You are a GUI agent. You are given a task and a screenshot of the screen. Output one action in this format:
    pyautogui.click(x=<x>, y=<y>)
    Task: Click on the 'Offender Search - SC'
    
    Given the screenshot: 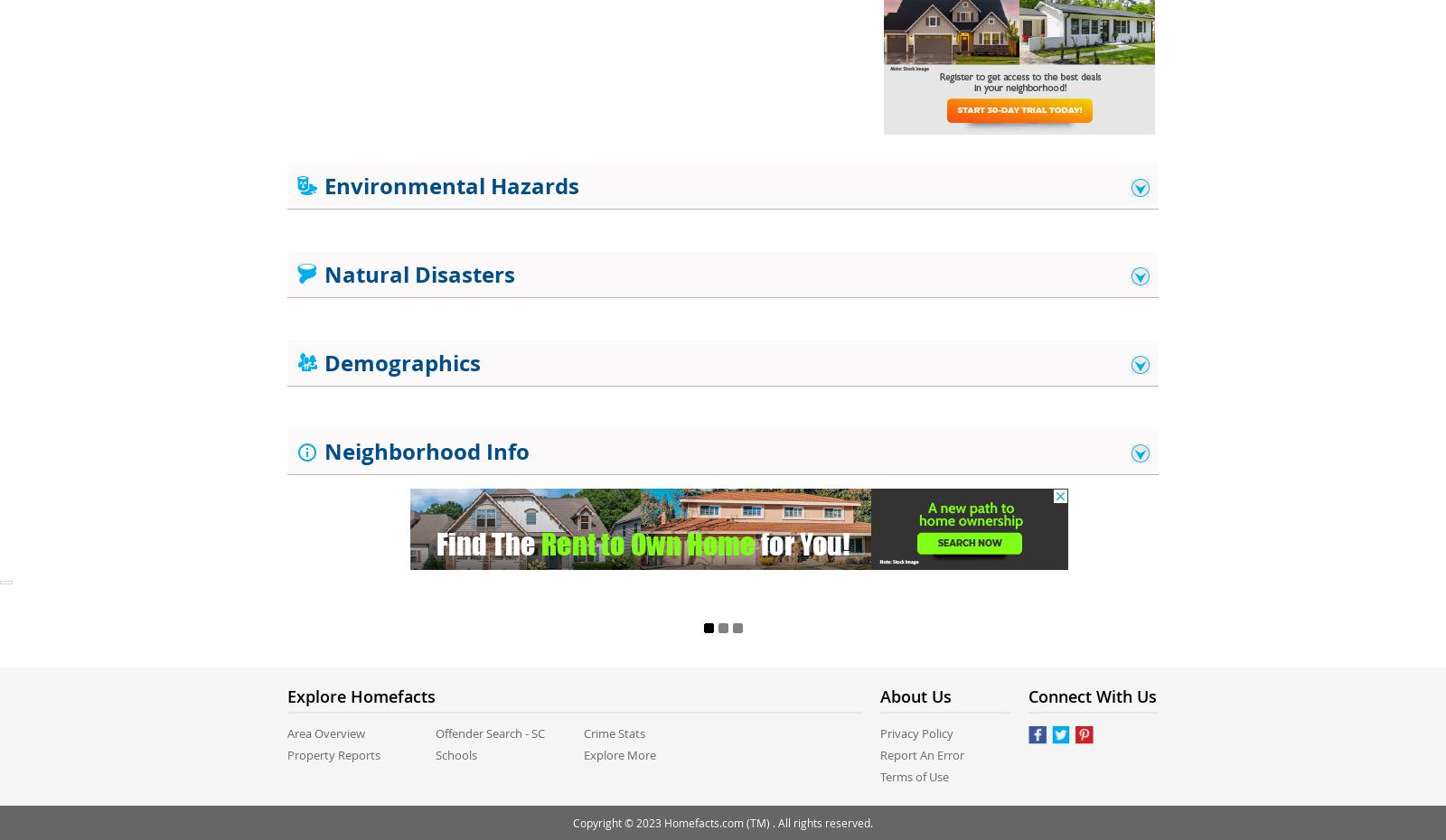 What is the action you would take?
    pyautogui.click(x=489, y=732)
    